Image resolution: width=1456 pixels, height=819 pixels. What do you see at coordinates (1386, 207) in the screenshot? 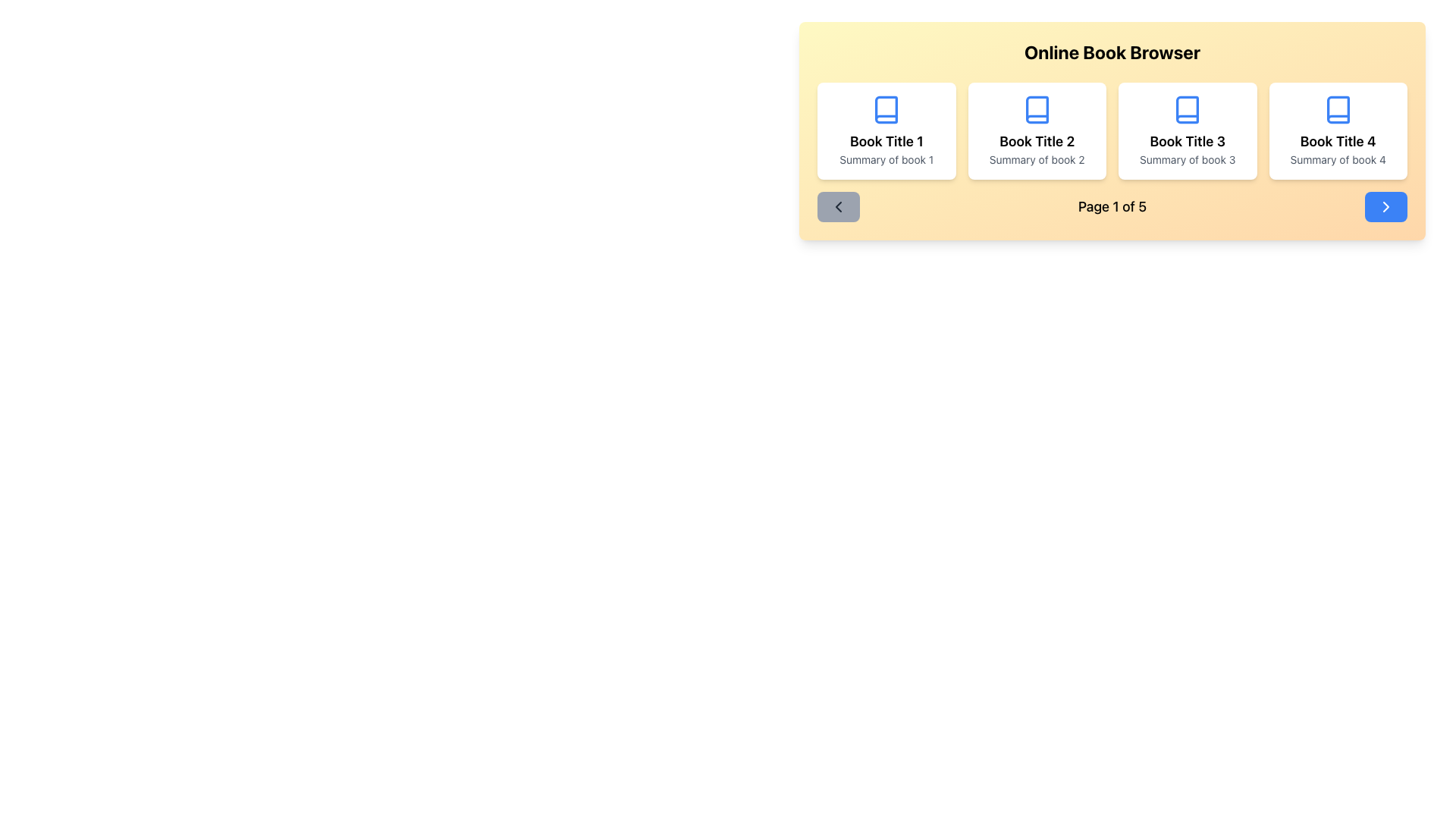
I see `the button located at the right end of the pagination bar` at bounding box center [1386, 207].